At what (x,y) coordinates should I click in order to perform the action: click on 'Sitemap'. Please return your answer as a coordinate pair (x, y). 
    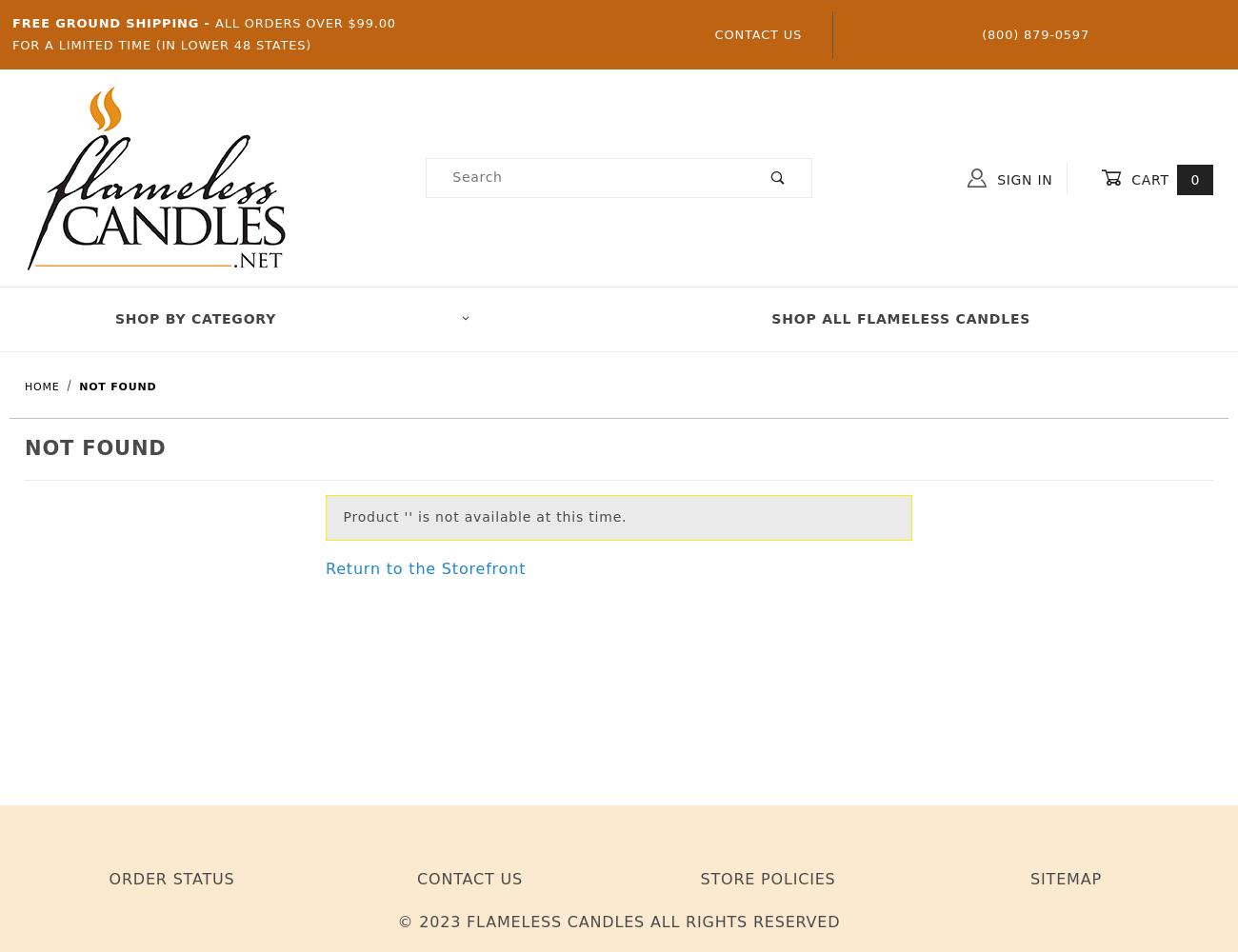
    Looking at the image, I should click on (1065, 879).